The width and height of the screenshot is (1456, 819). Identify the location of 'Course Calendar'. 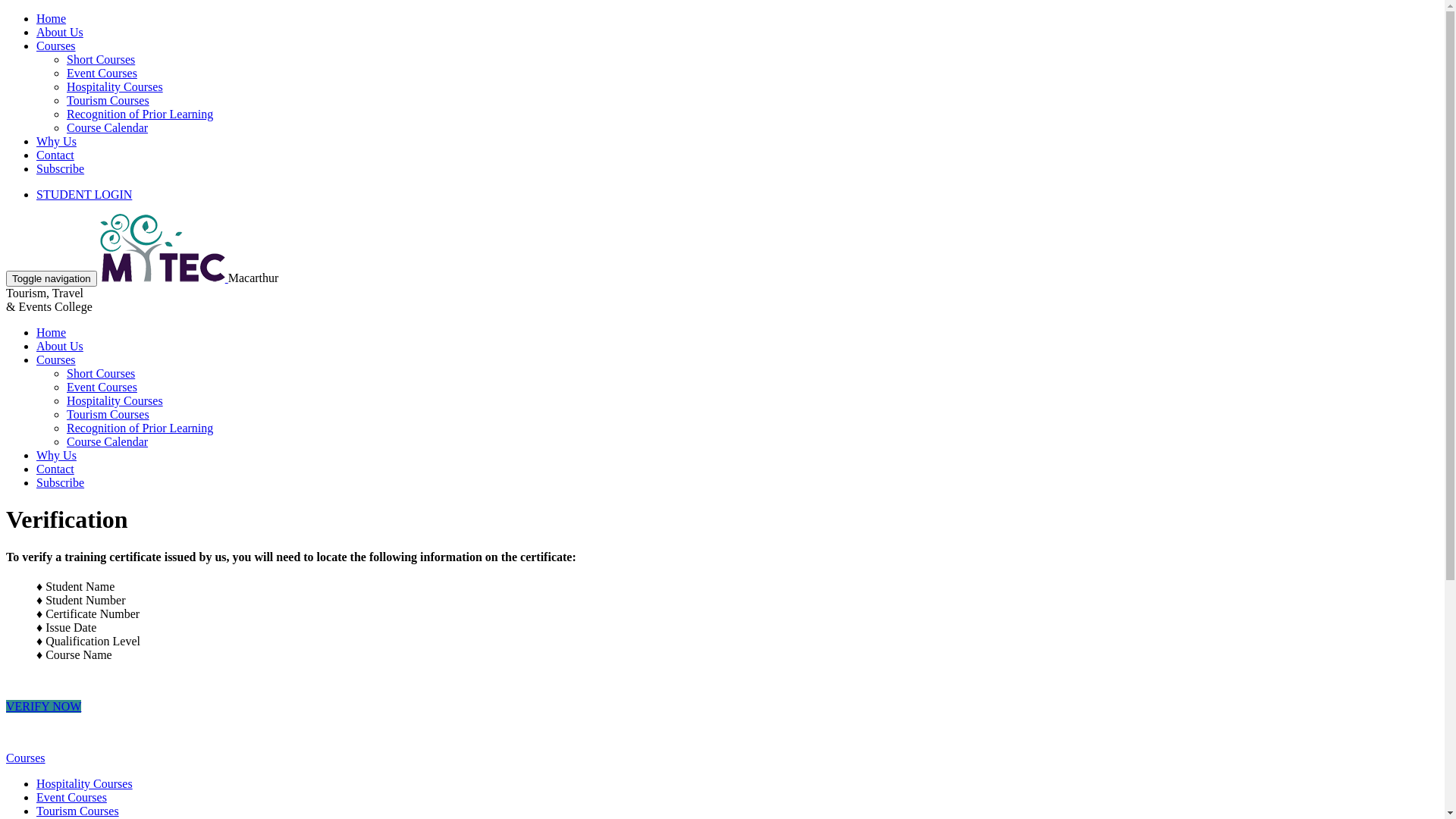
(106, 441).